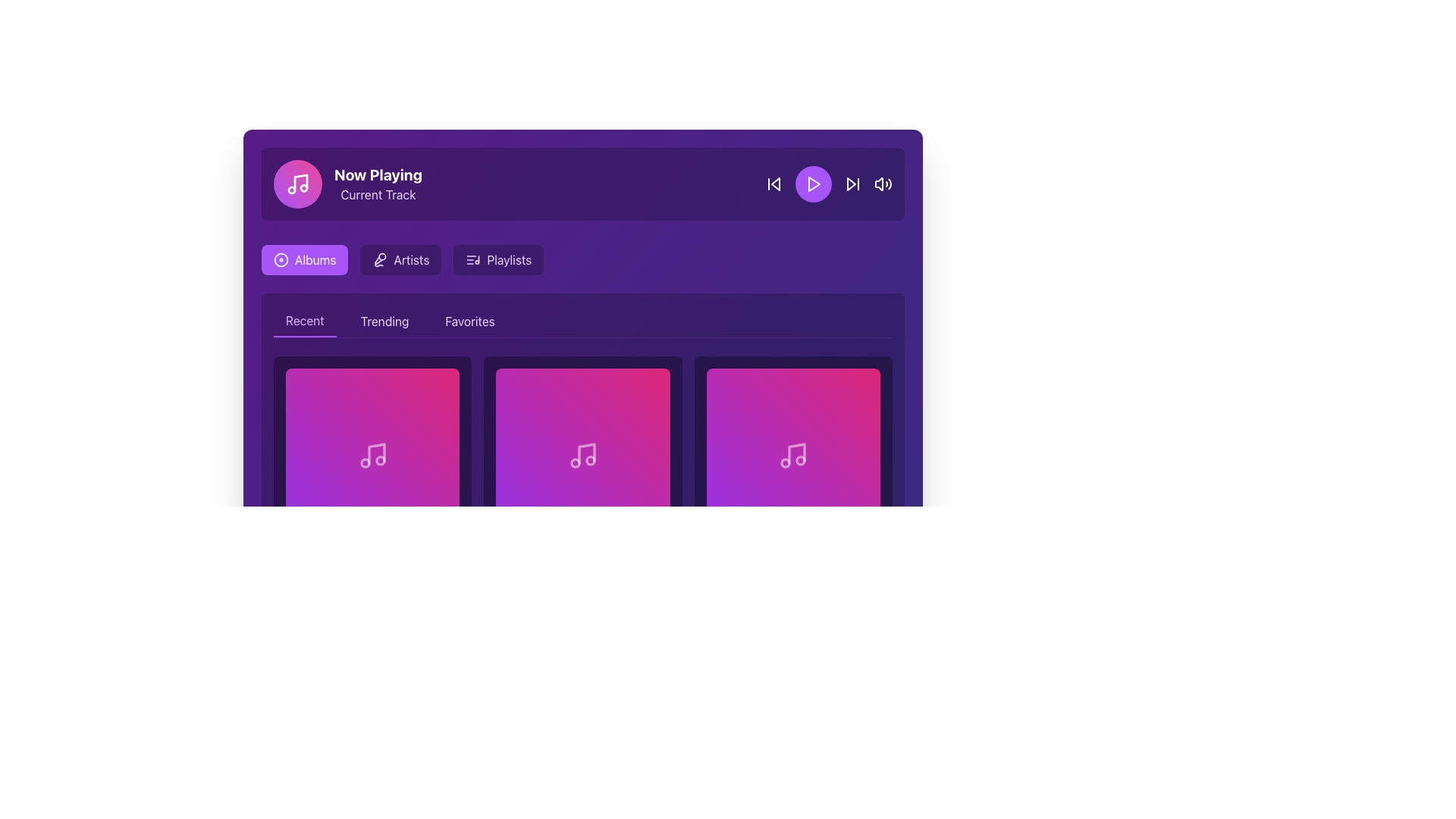  Describe the element at coordinates (380, 259) in the screenshot. I see `the 'Artists' icon located in the header navigation bar` at that location.